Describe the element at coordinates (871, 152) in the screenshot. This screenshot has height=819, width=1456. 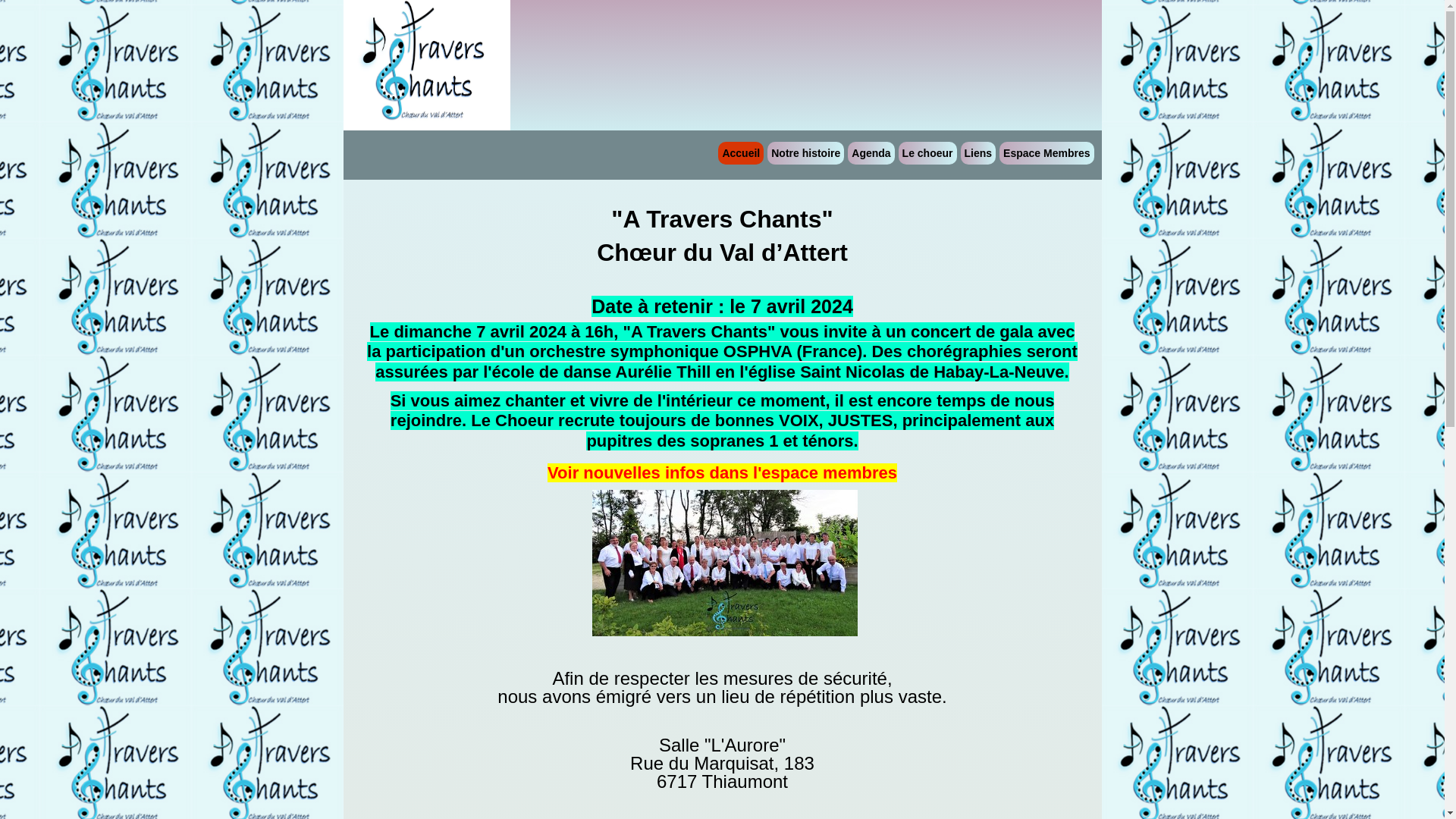
I see `'Agenda'` at that location.